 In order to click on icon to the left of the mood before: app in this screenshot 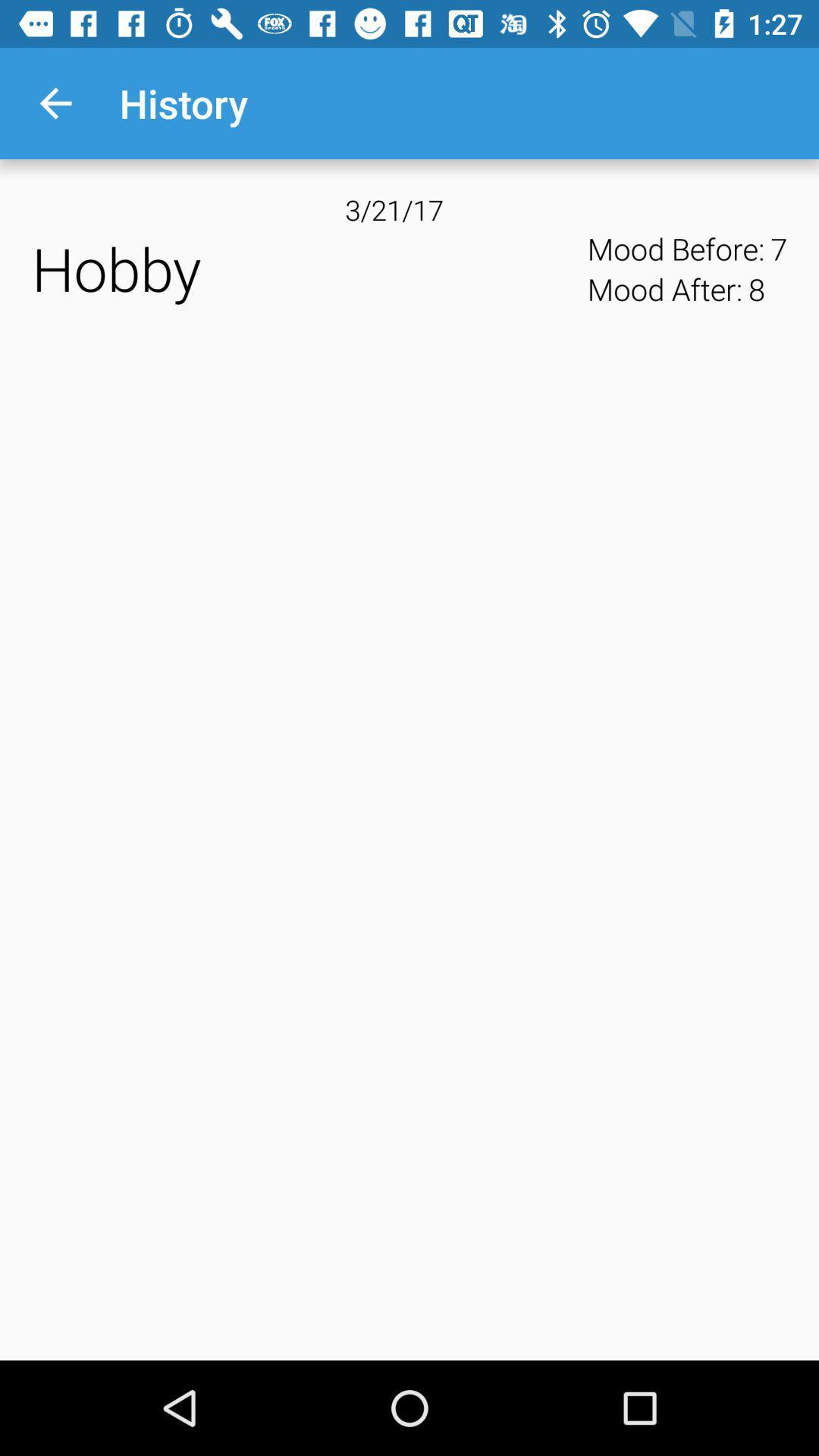, I will do `click(304, 268)`.